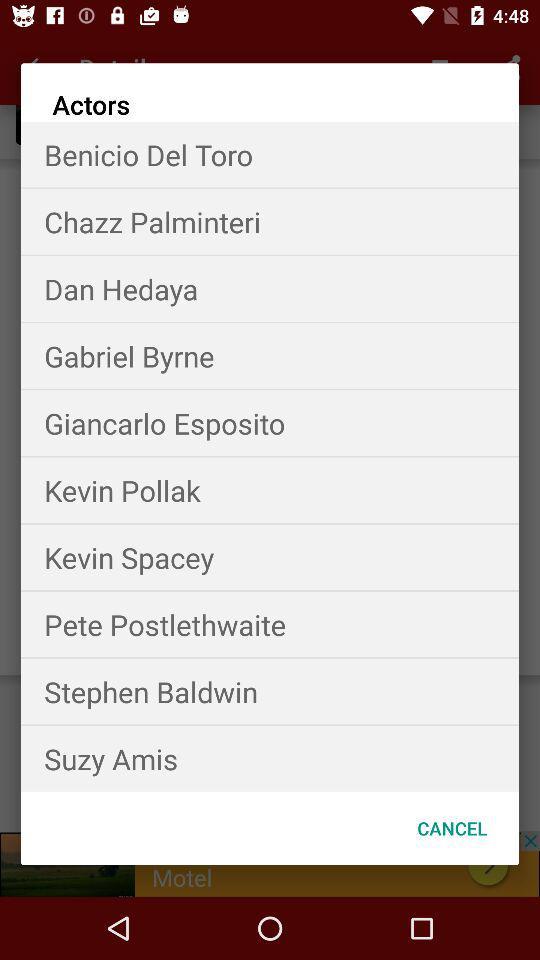  What do you see at coordinates (270, 221) in the screenshot?
I see `chazz palminteri icon` at bounding box center [270, 221].